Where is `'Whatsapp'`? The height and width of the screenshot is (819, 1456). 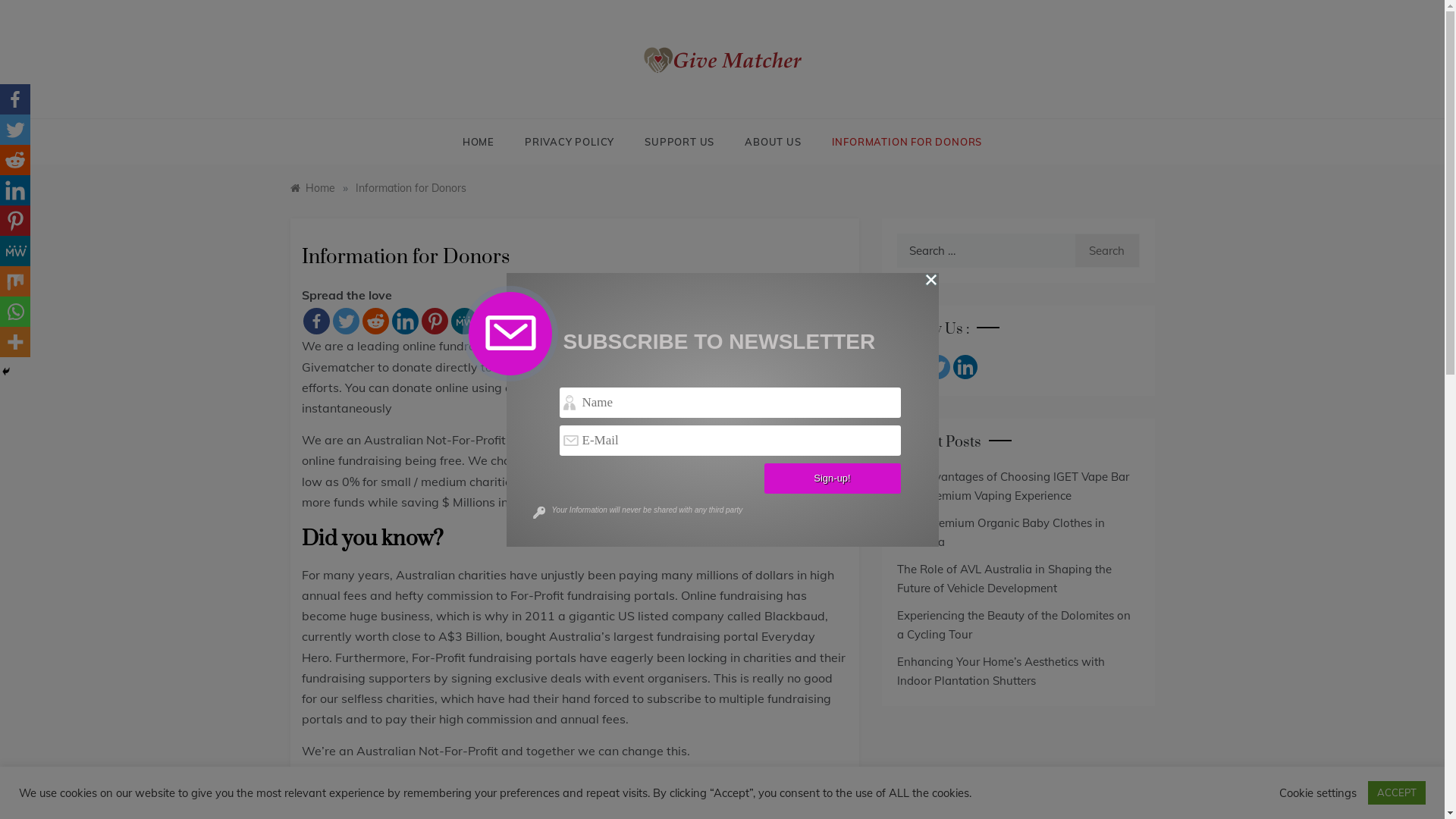
'Whatsapp' is located at coordinates (14, 311).